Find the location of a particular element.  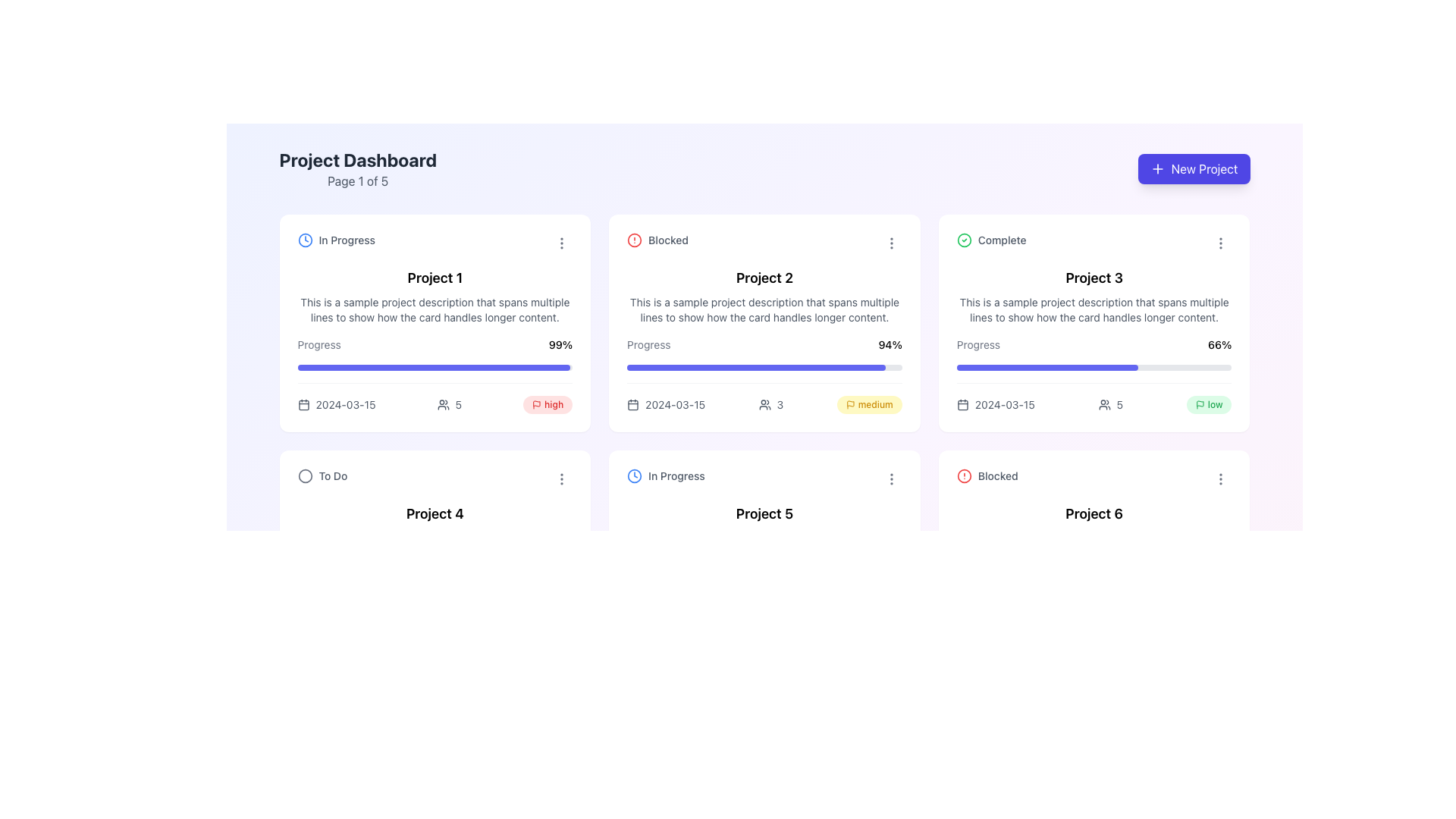

the status label indicating 'Blocked' for the project in the top-left corner of the 'Project 6' card is located at coordinates (987, 475).